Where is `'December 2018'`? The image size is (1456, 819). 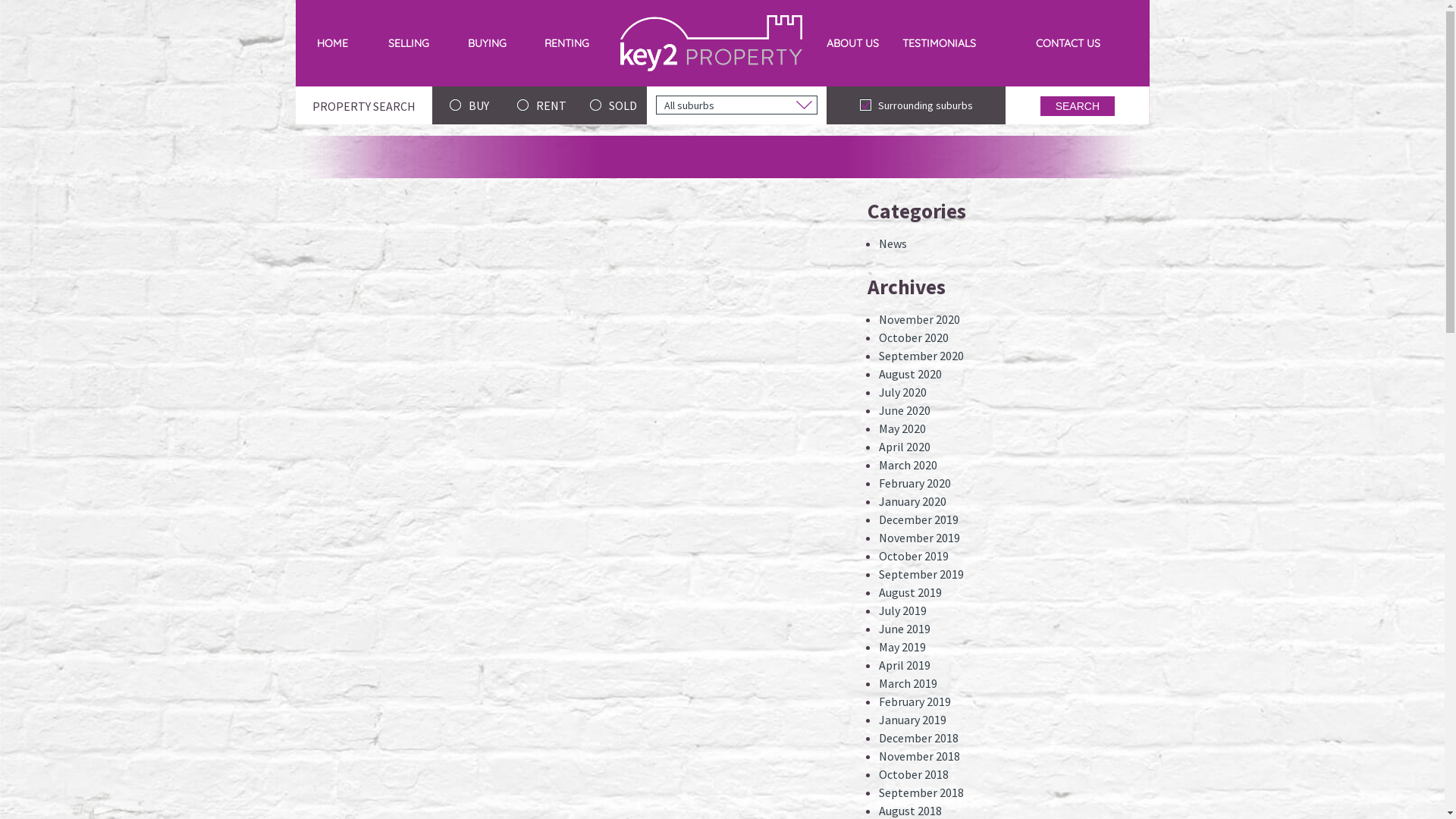 'December 2018' is located at coordinates (918, 736).